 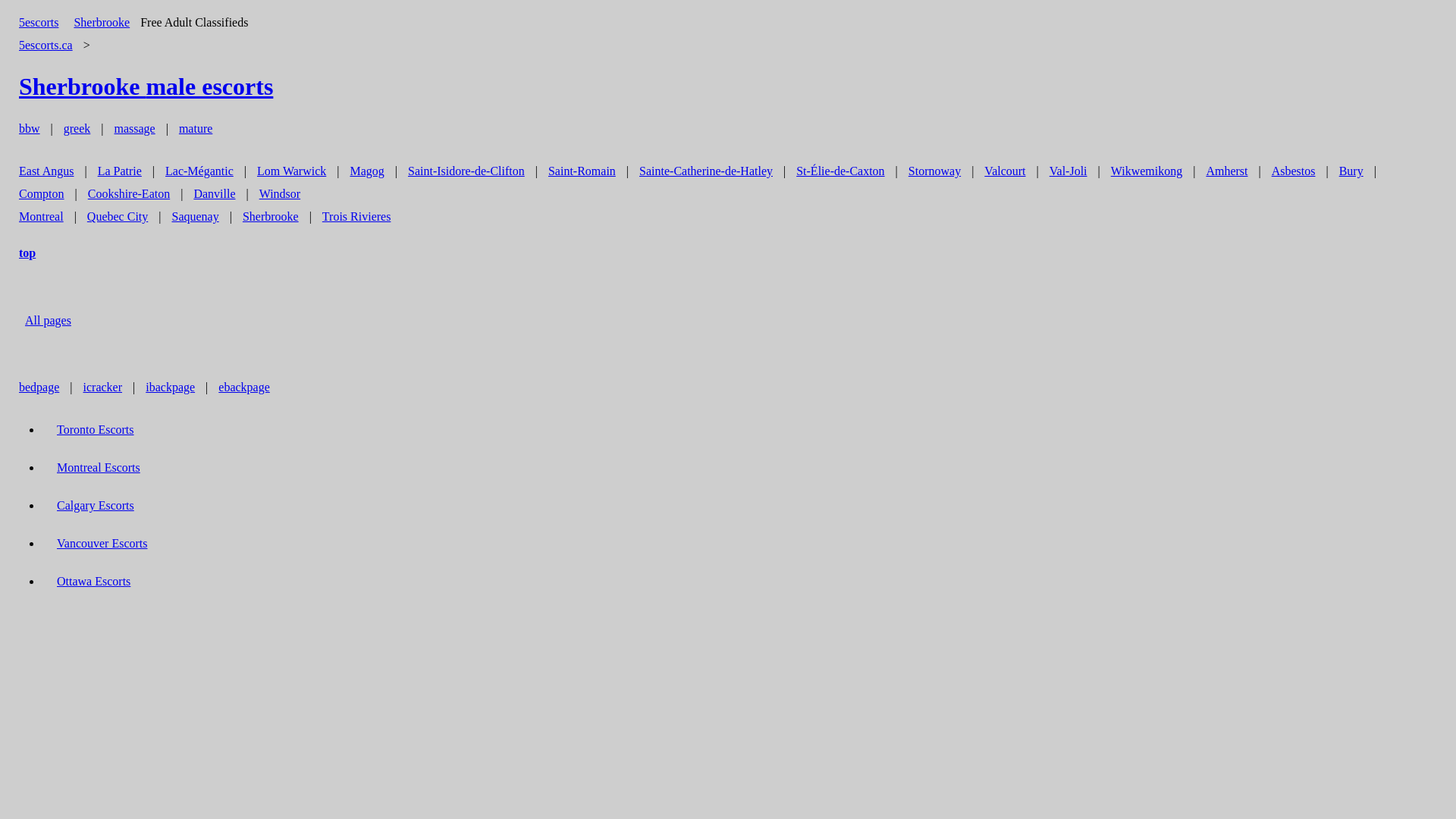 I want to click on 'Asbestos', so click(x=1263, y=171).